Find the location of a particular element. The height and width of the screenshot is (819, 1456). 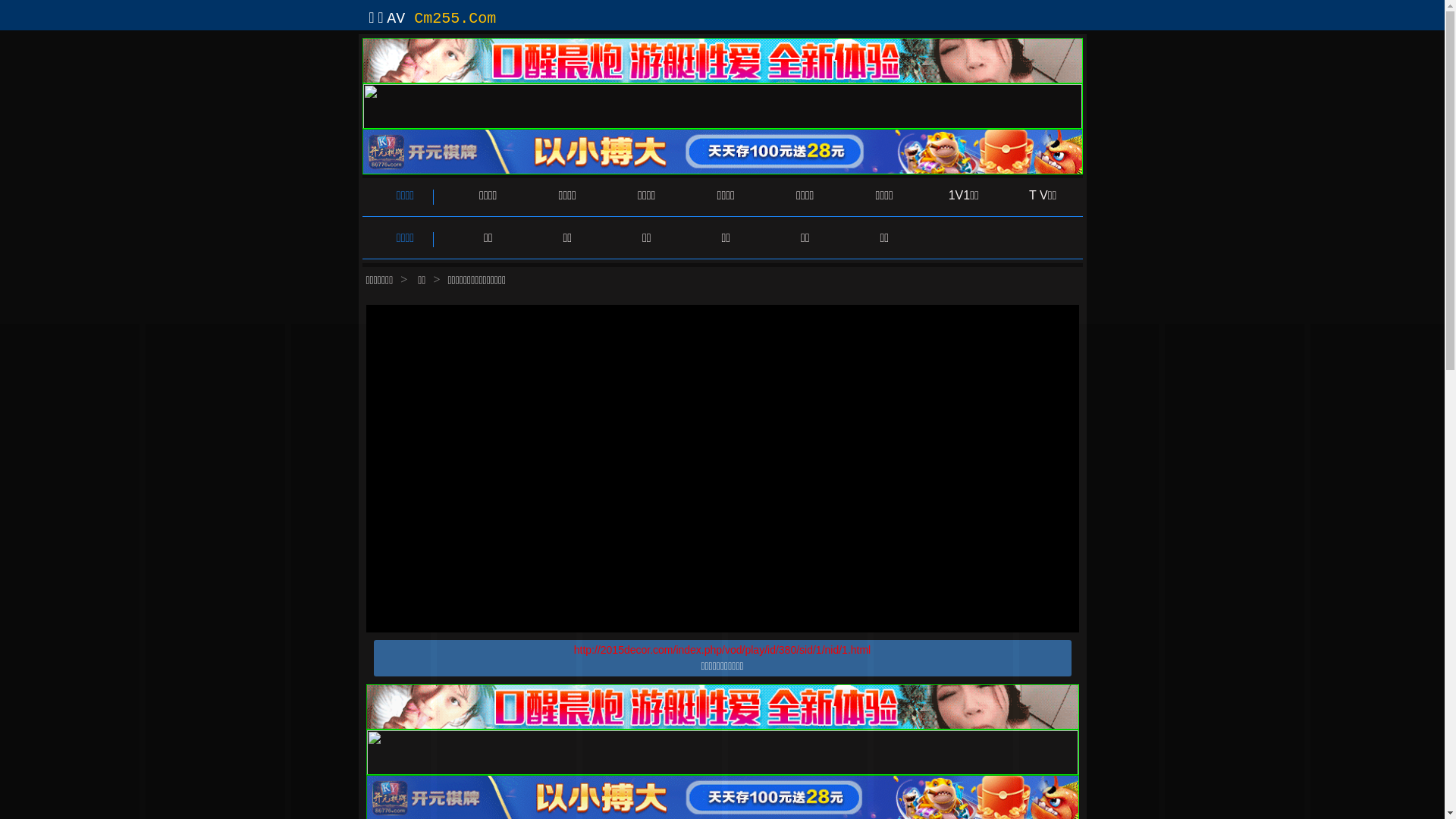

'Cm255.Com' is located at coordinates (454, 18).